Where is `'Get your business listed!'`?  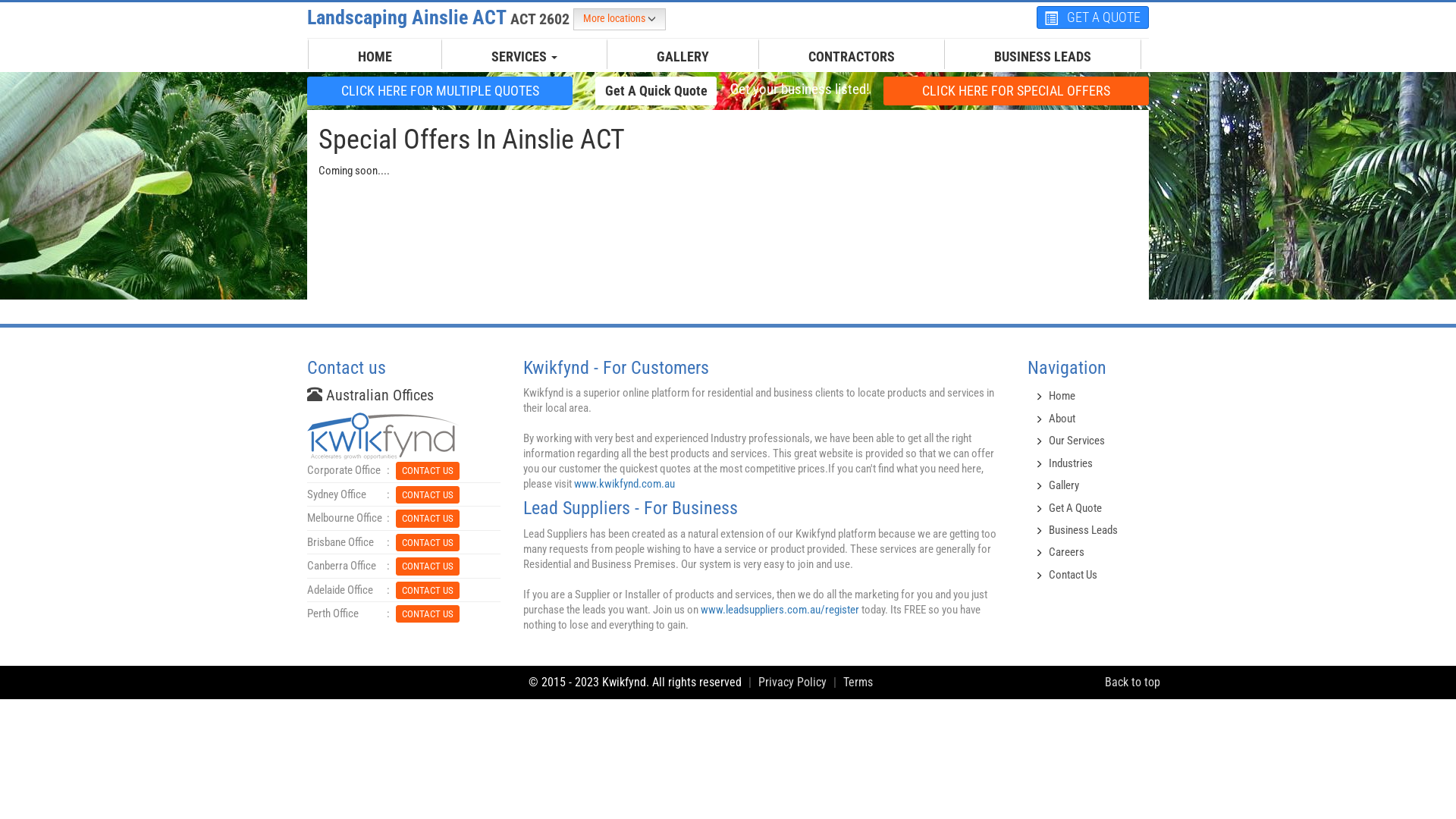 'Get your business listed!' is located at coordinates (728, 89).